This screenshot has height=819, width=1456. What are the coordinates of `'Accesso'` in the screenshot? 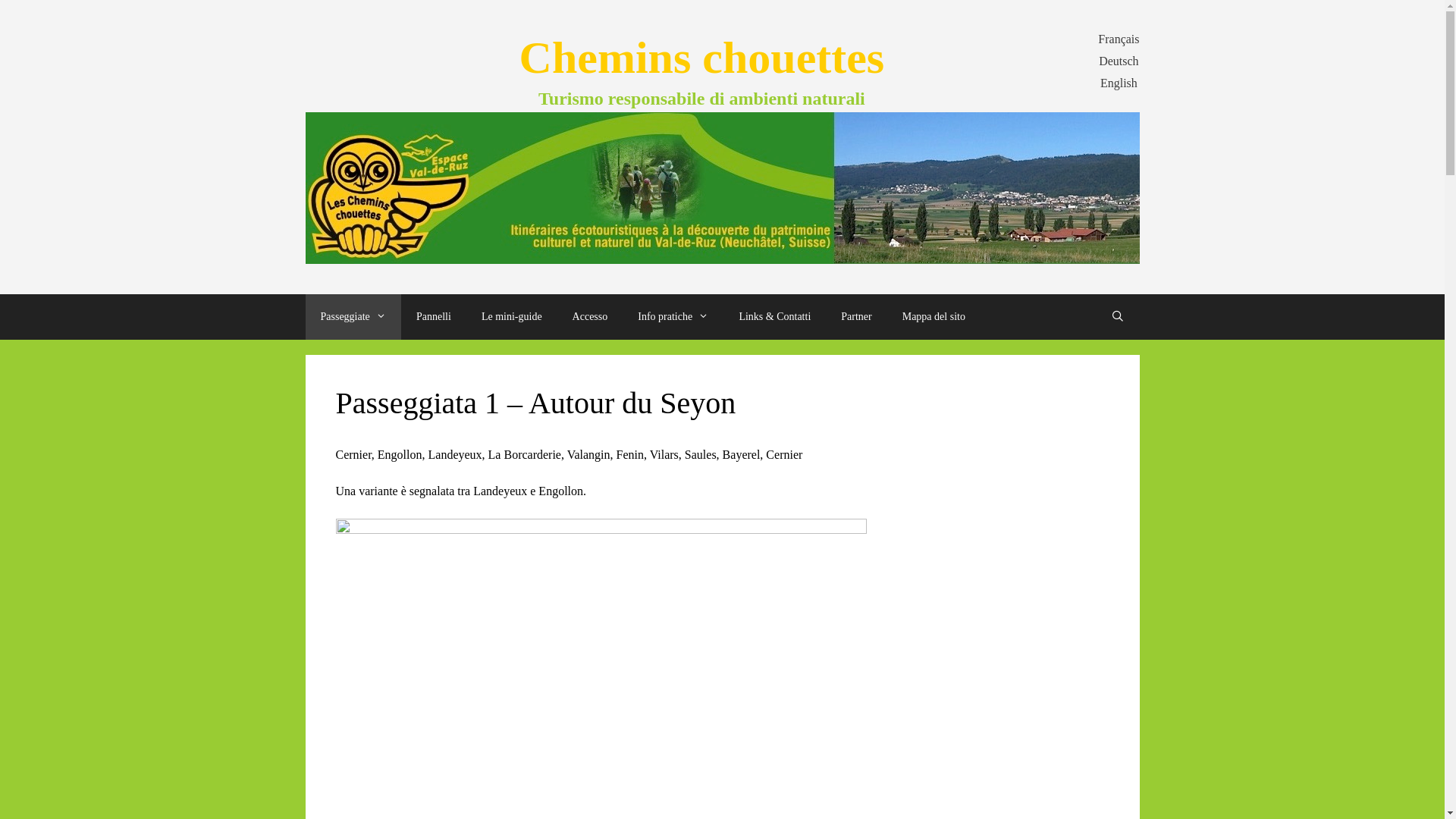 It's located at (589, 315).